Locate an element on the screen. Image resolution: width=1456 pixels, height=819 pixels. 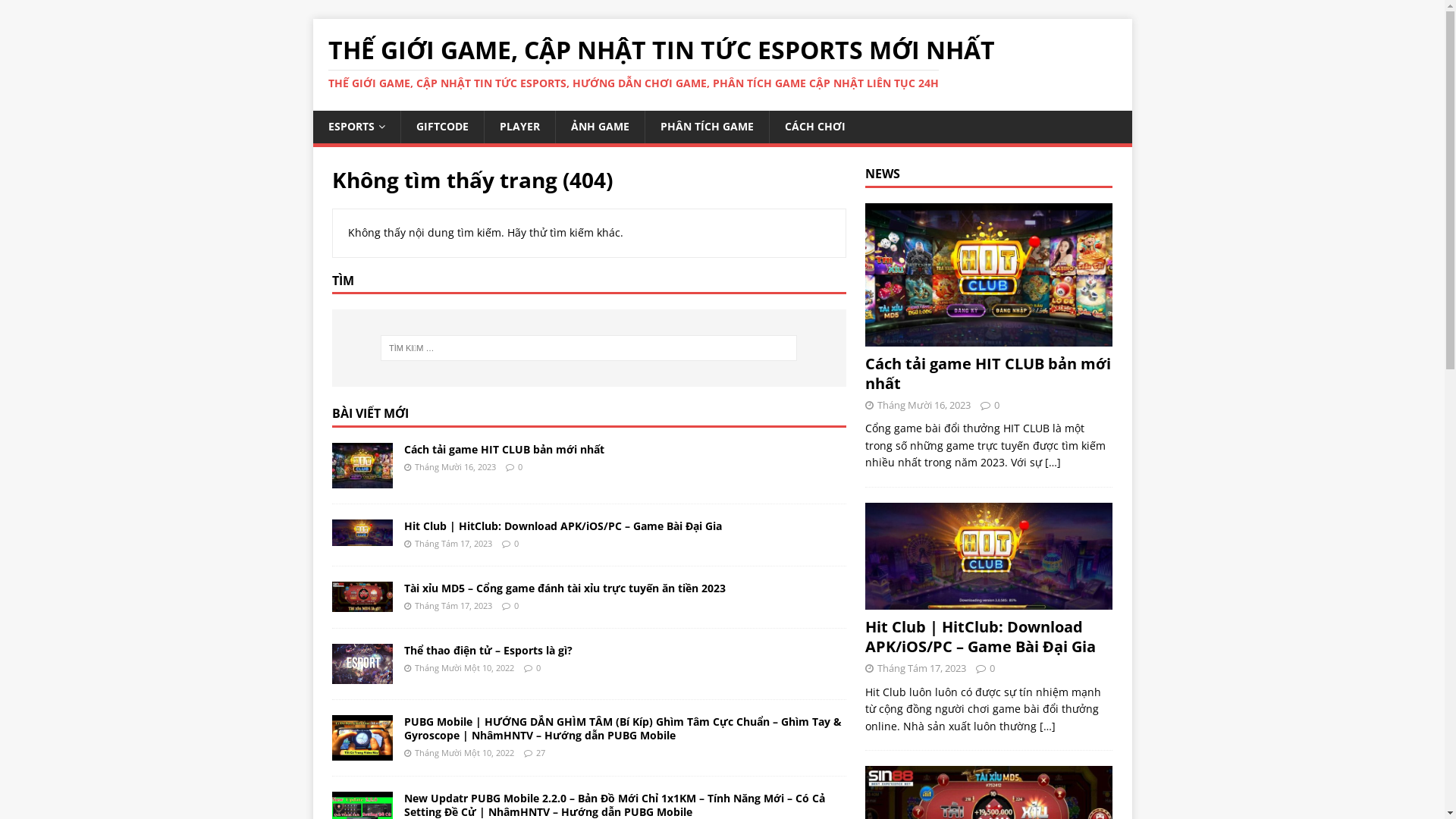
'0' is located at coordinates (513, 542).